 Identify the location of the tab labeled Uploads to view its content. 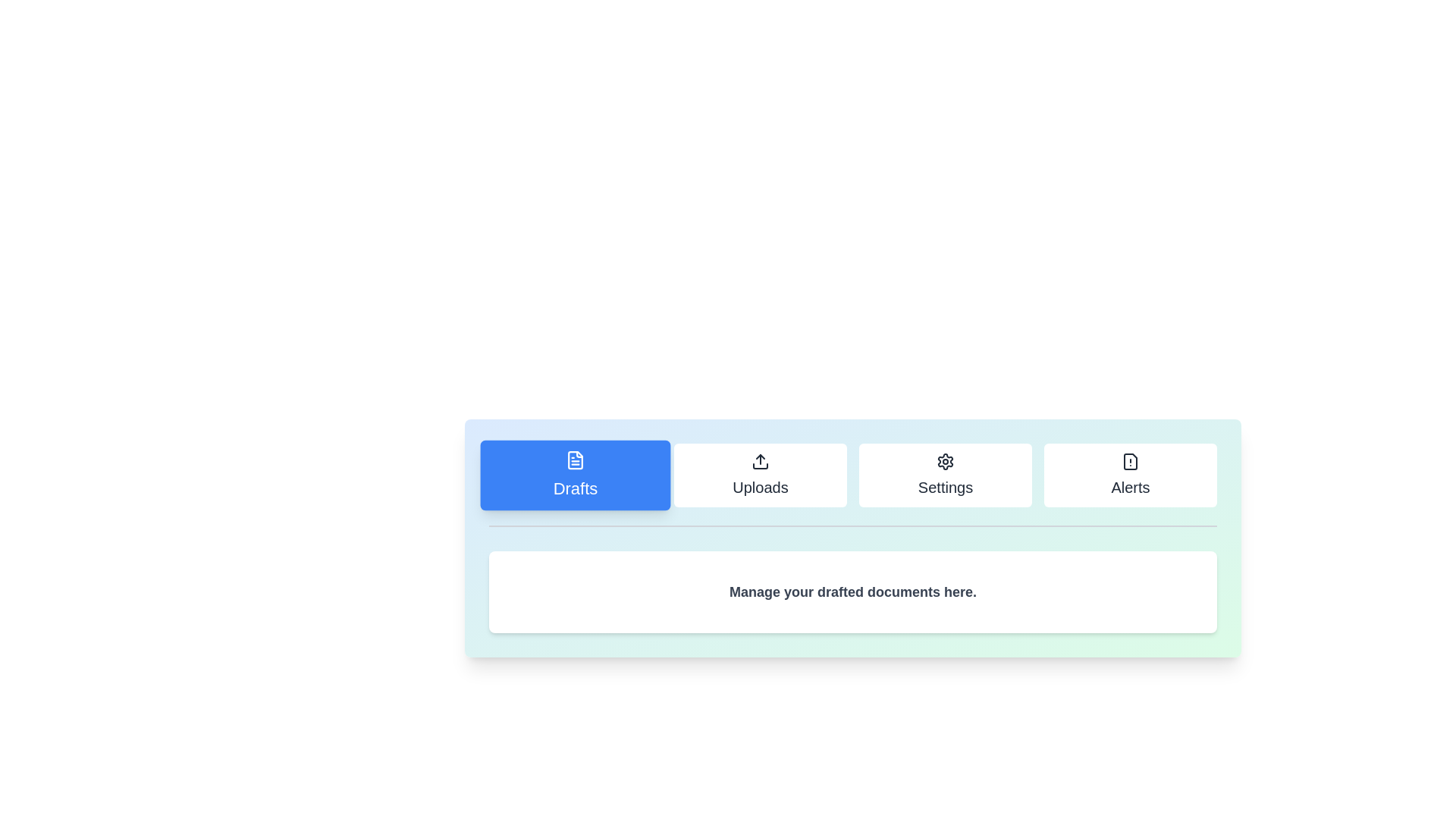
(761, 475).